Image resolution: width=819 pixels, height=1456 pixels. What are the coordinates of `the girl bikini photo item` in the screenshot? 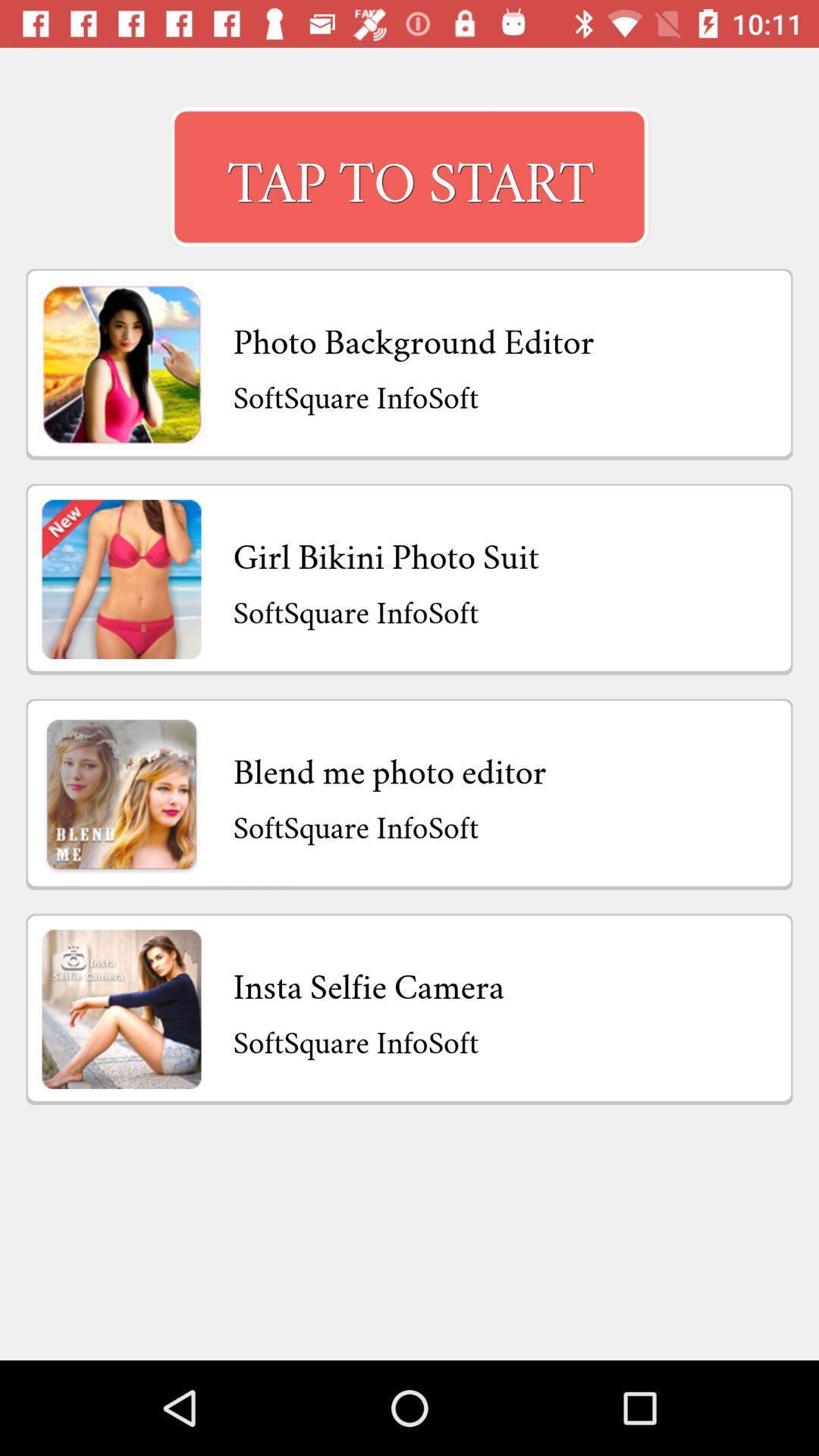 It's located at (385, 552).